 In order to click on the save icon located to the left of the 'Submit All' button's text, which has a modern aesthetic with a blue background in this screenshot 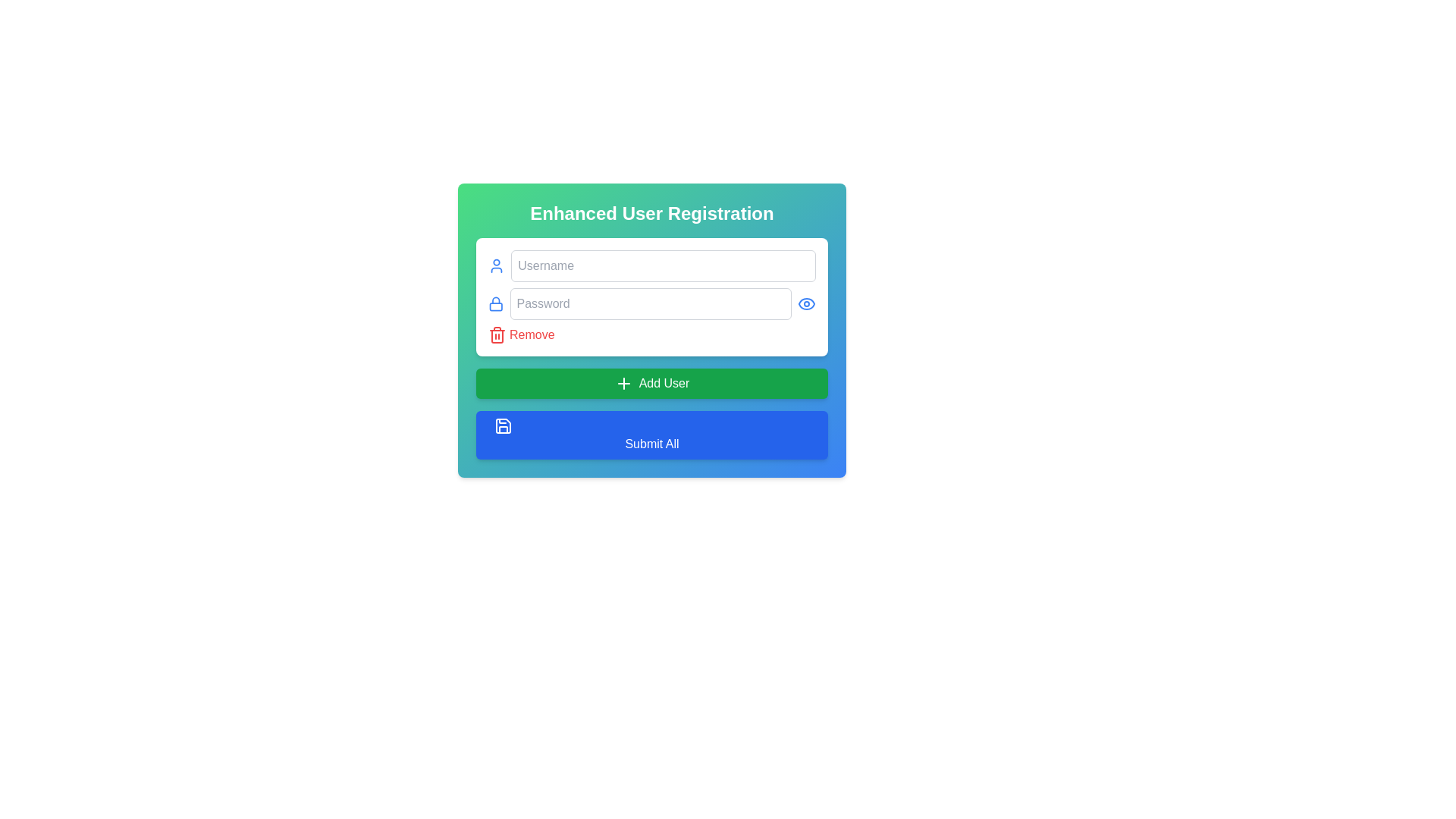, I will do `click(503, 426)`.